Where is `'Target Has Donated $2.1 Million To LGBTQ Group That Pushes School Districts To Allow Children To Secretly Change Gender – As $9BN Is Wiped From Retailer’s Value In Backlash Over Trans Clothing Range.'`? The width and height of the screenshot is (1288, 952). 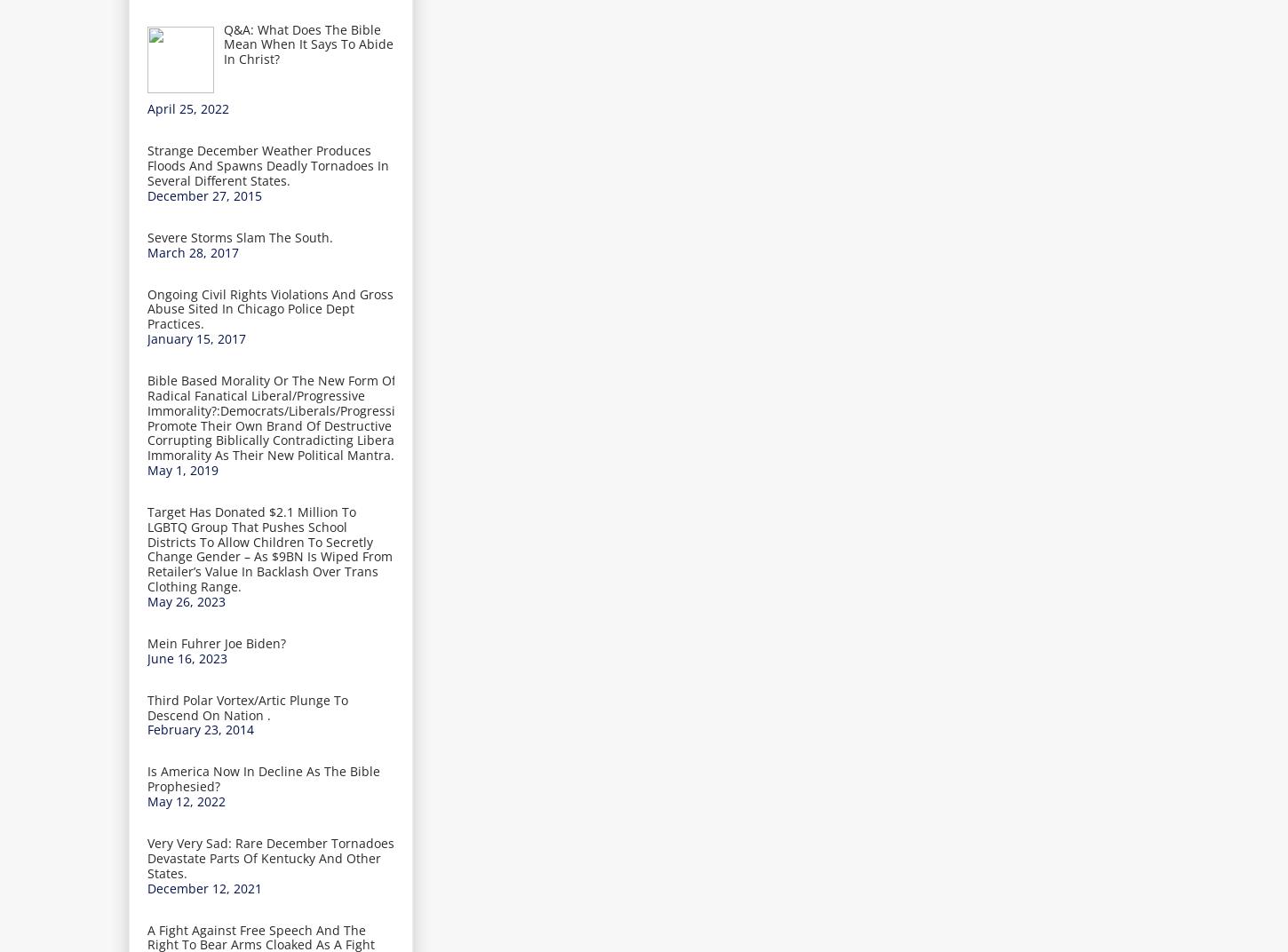 'Target Has Donated $2.1 Million To LGBTQ Group That Pushes School Districts To Allow Children To Secretly Change Gender – As $9BN Is Wiped From Retailer’s Value In Backlash Over Trans Clothing Range.' is located at coordinates (270, 549).